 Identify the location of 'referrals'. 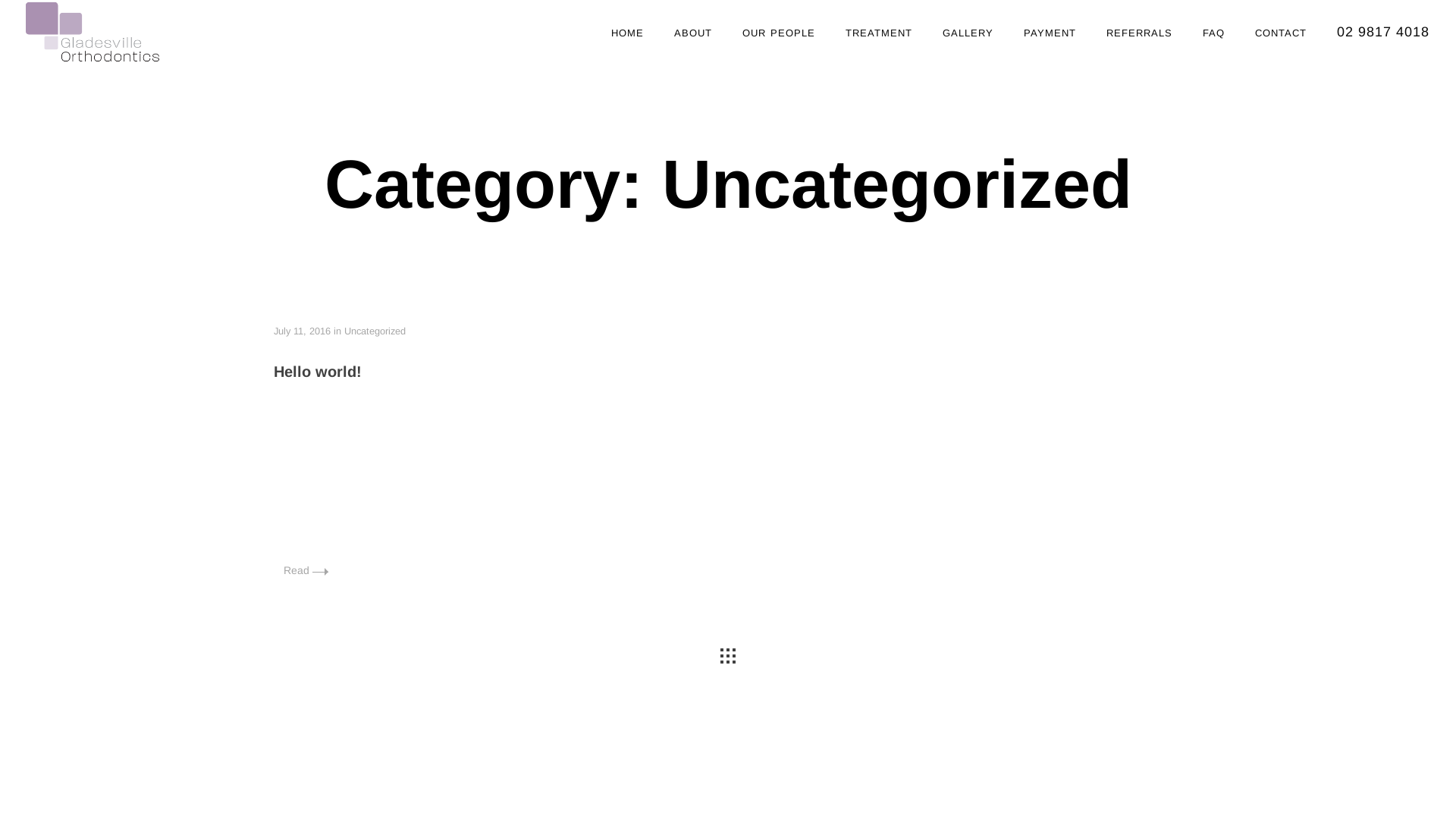
(1139, 32).